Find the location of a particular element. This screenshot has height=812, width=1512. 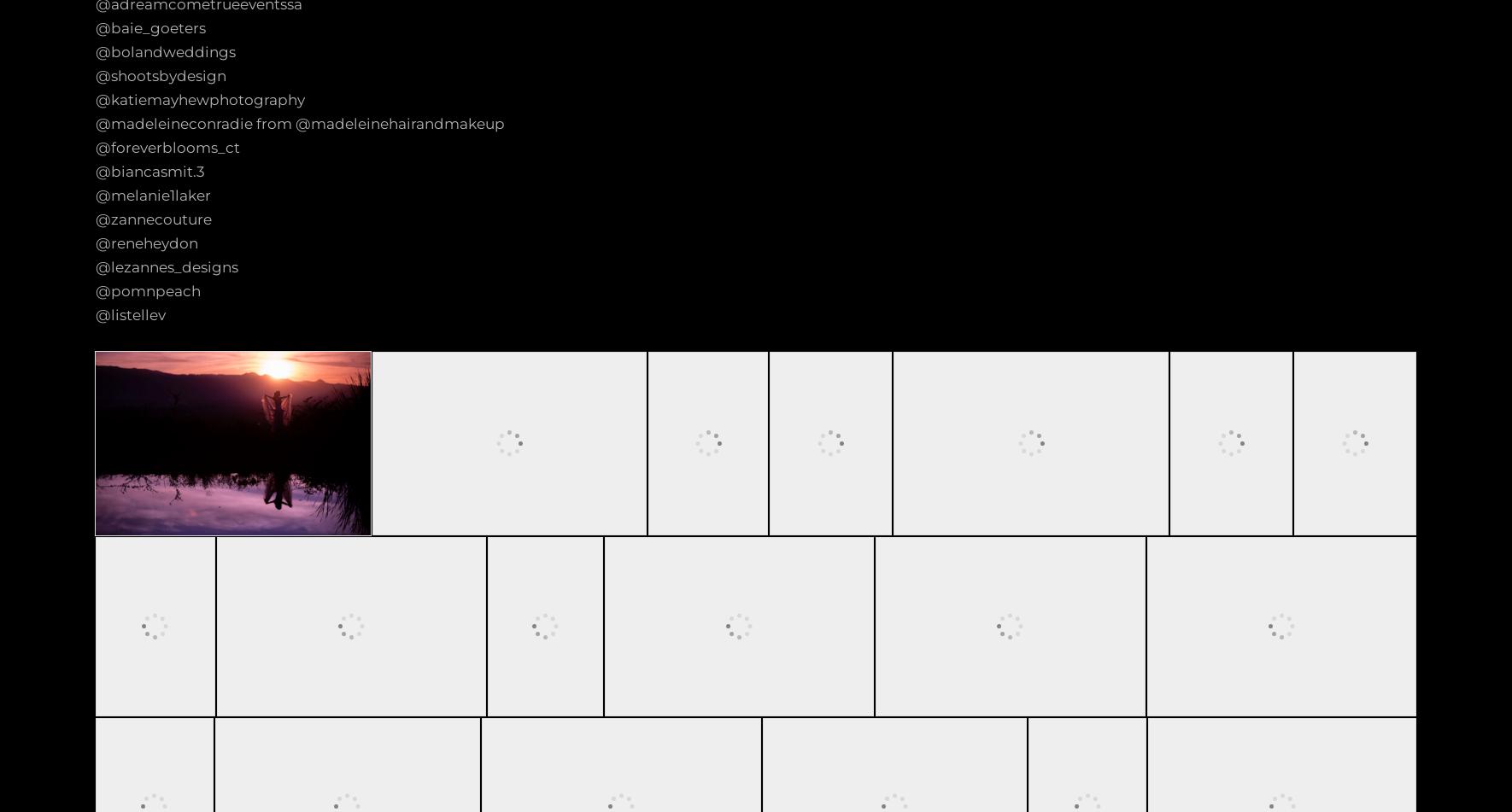

'@melanie1laker' is located at coordinates (153, 196).